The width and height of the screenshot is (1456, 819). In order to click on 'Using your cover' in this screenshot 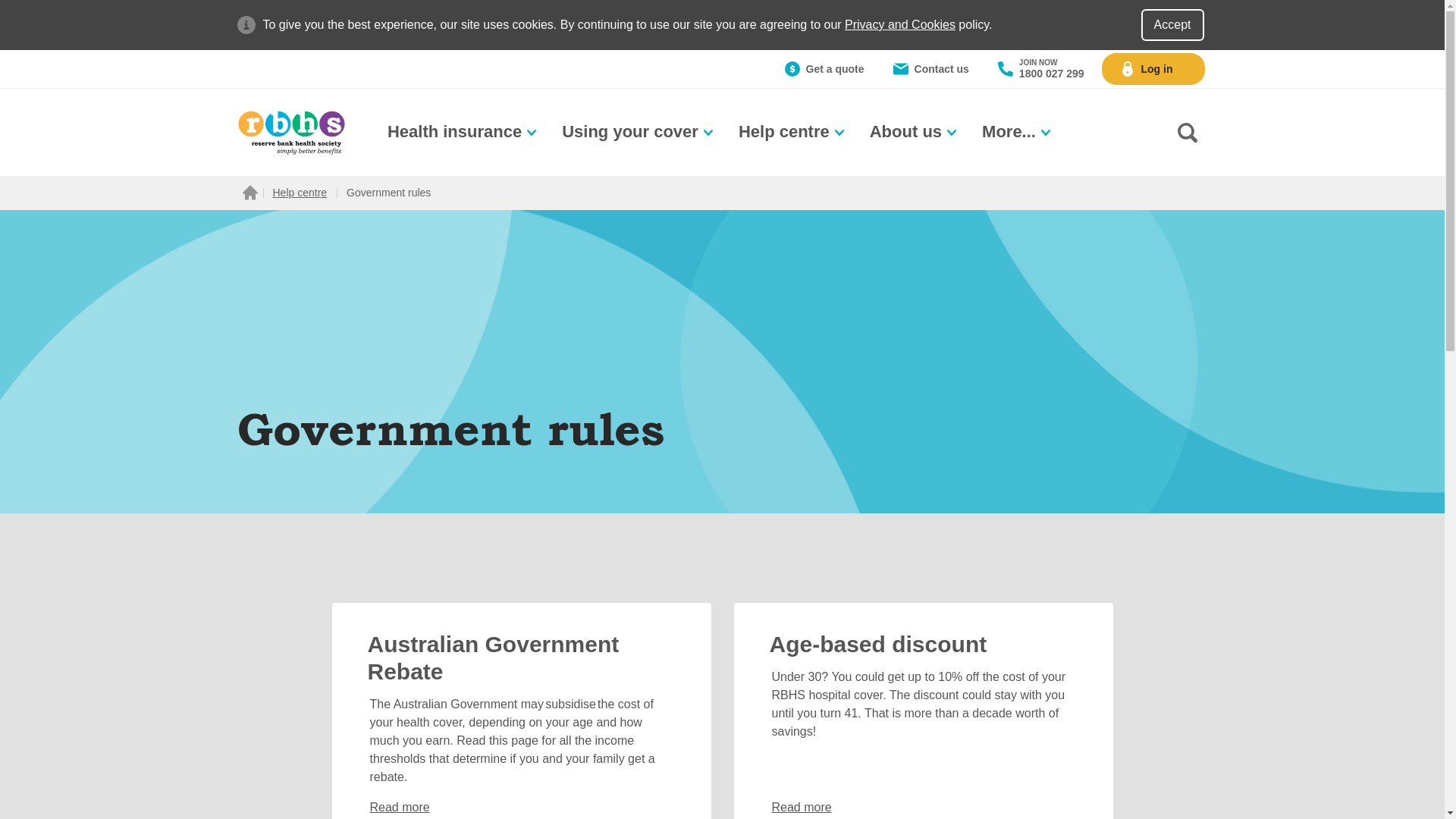, I will do `click(639, 131)`.